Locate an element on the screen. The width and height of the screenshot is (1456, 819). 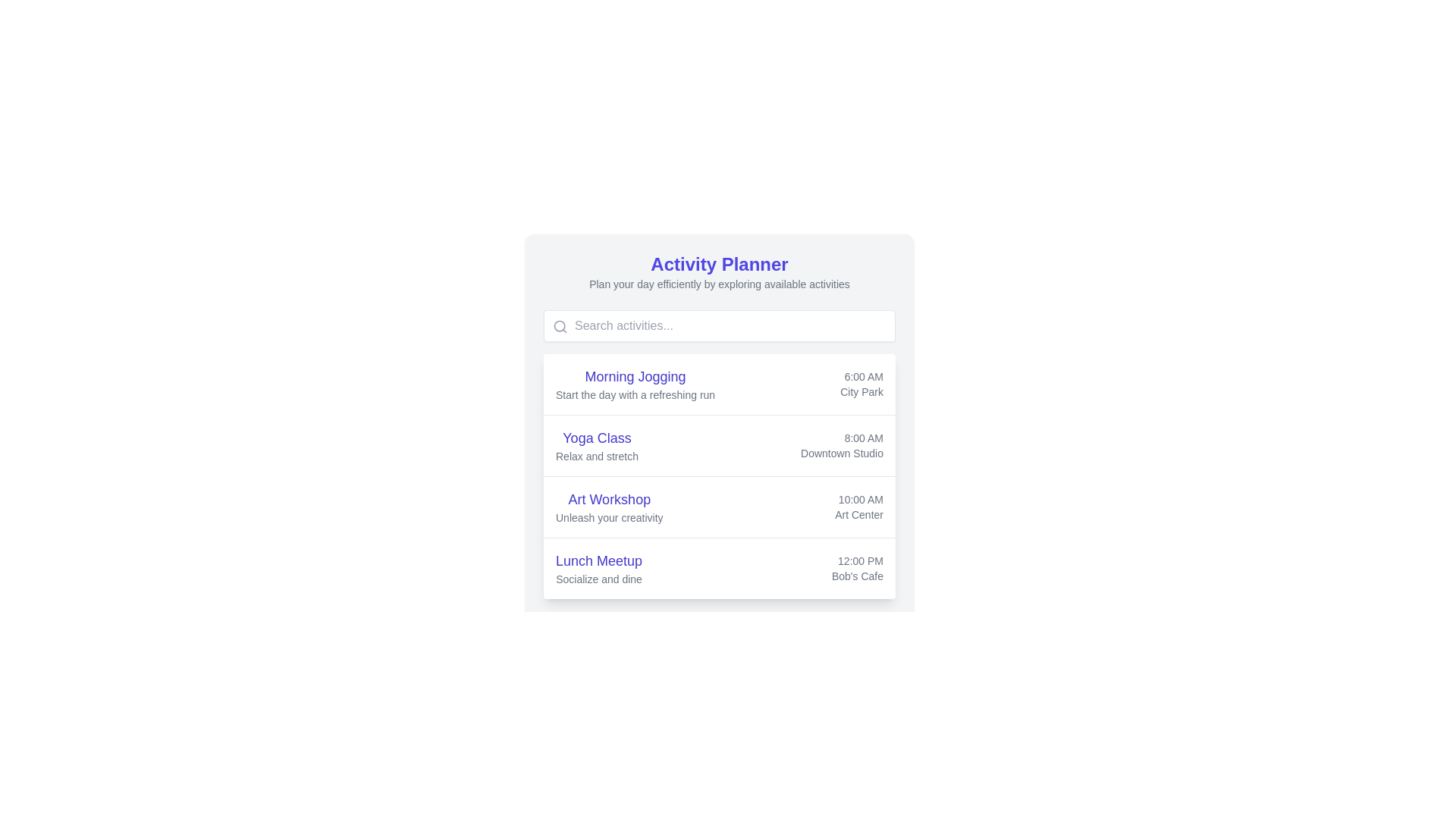
the time label displaying '6:00 AM' located in the top right of the 'Morning Jogging' activity listing in the 'Activity Planner' is located at coordinates (861, 376).